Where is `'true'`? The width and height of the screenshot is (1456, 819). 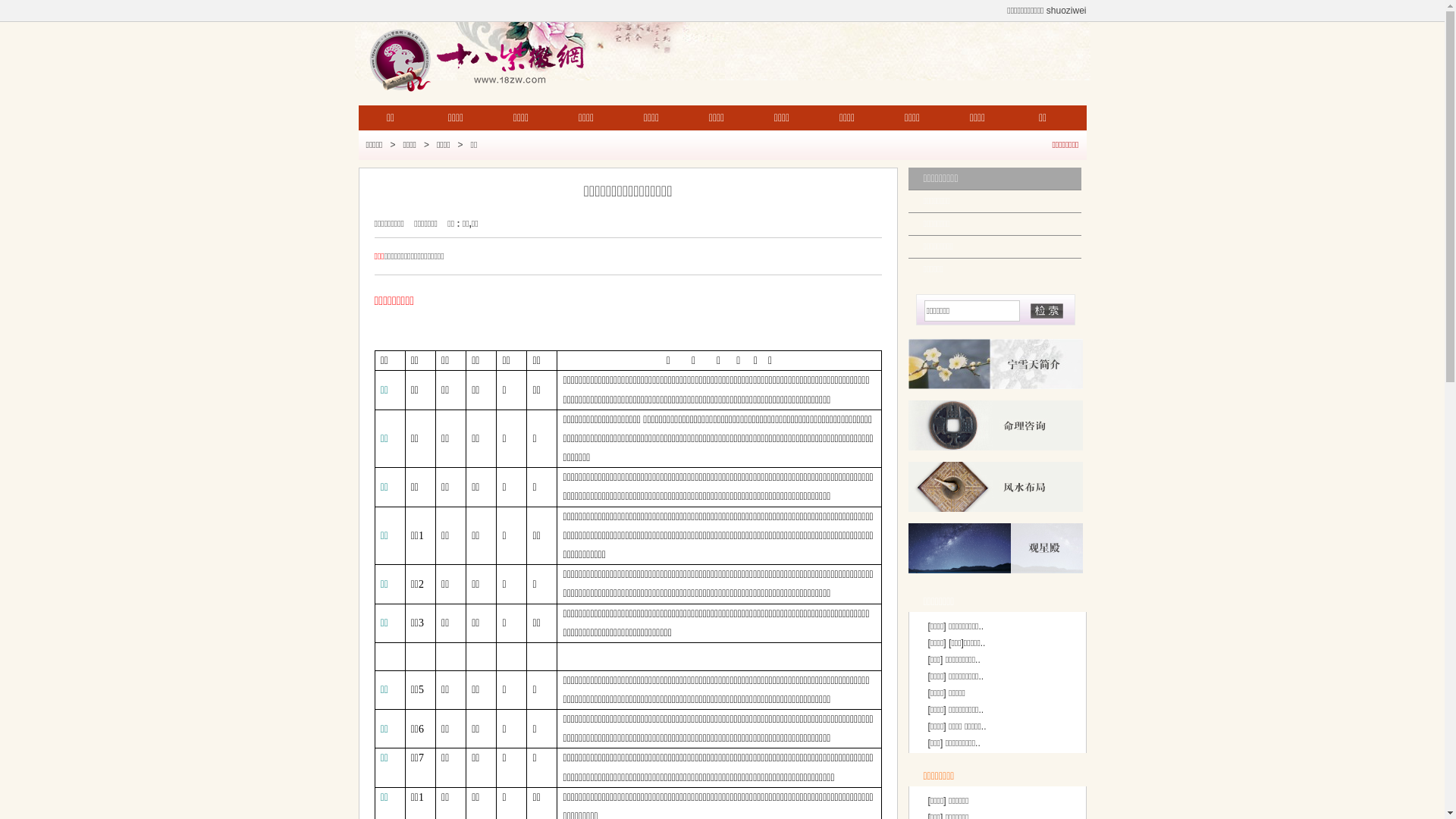 'true' is located at coordinates (1046, 309).